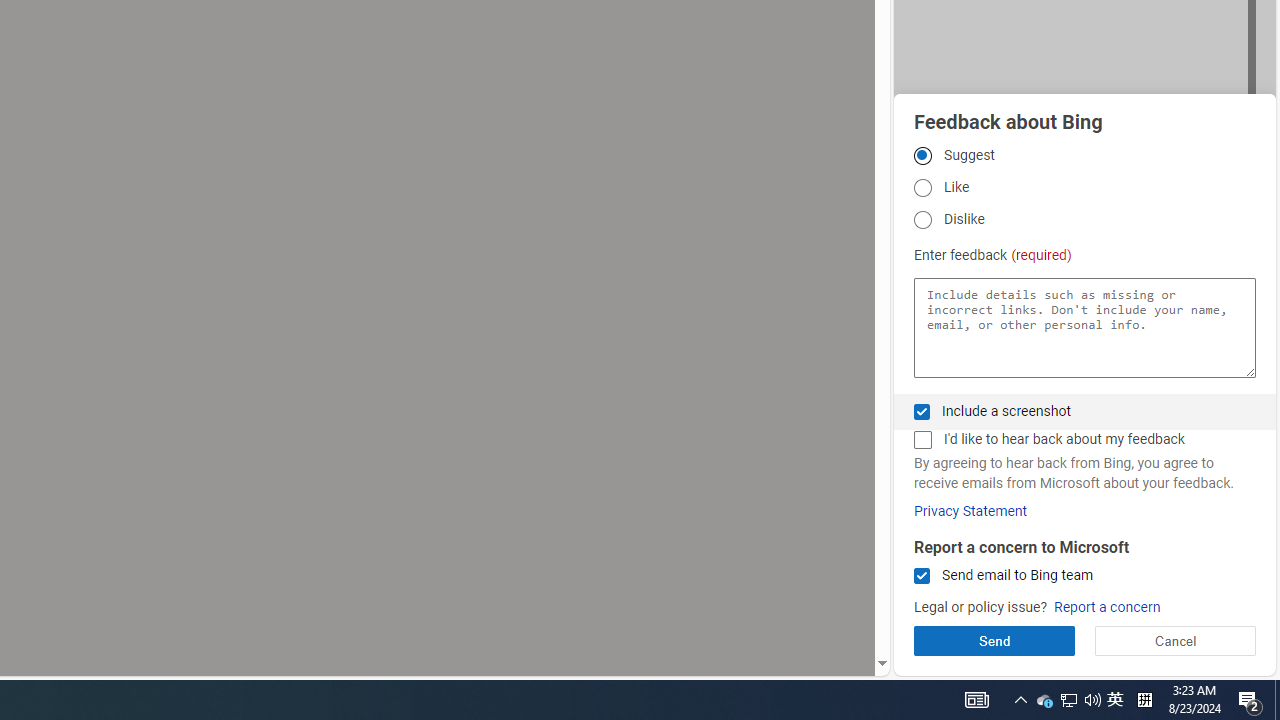  I want to click on 'Like', so click(921, 188).